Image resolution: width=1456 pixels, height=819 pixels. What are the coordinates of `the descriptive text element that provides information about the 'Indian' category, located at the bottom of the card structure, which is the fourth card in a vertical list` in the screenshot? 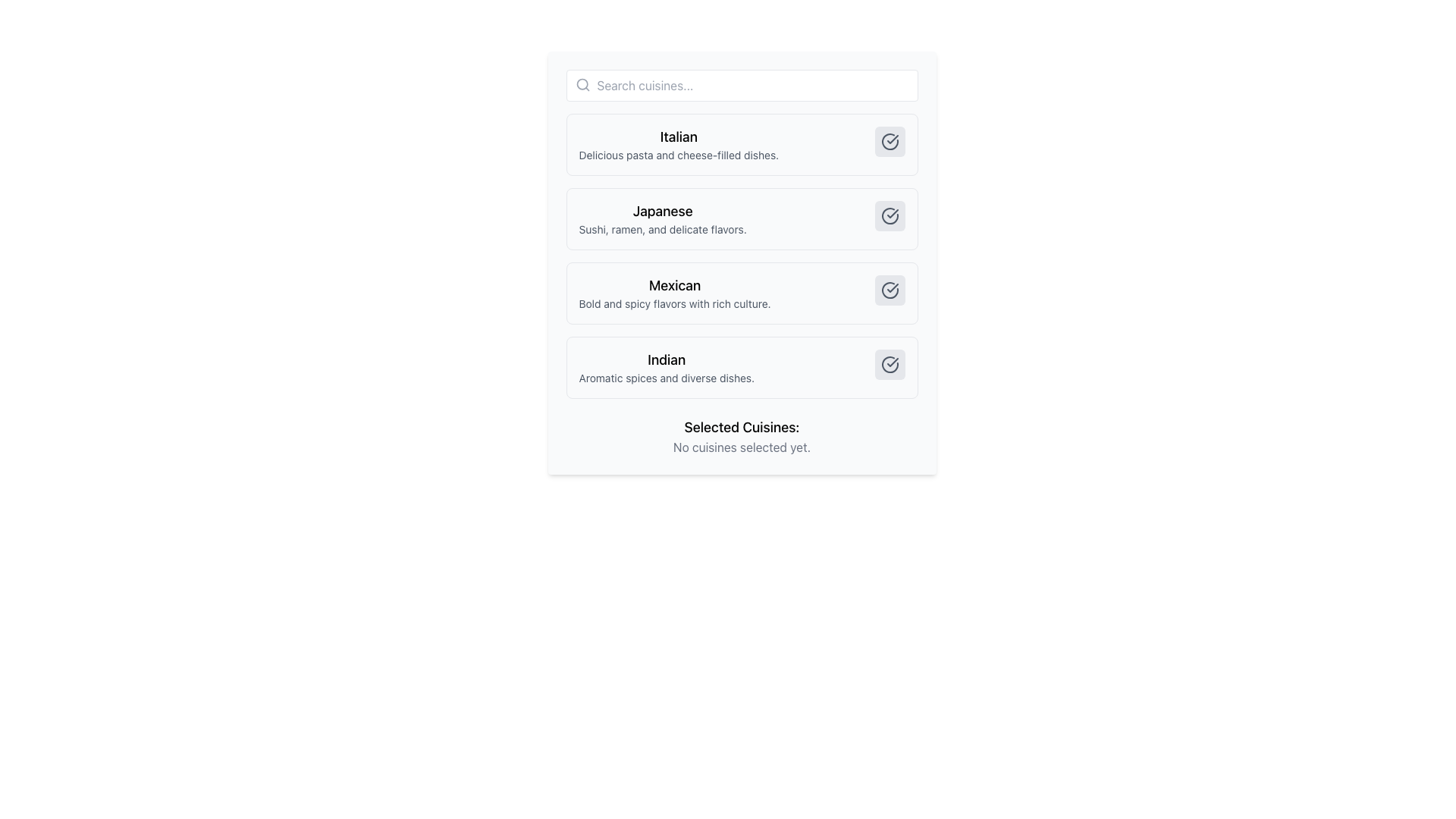 It's located at (667, 377).